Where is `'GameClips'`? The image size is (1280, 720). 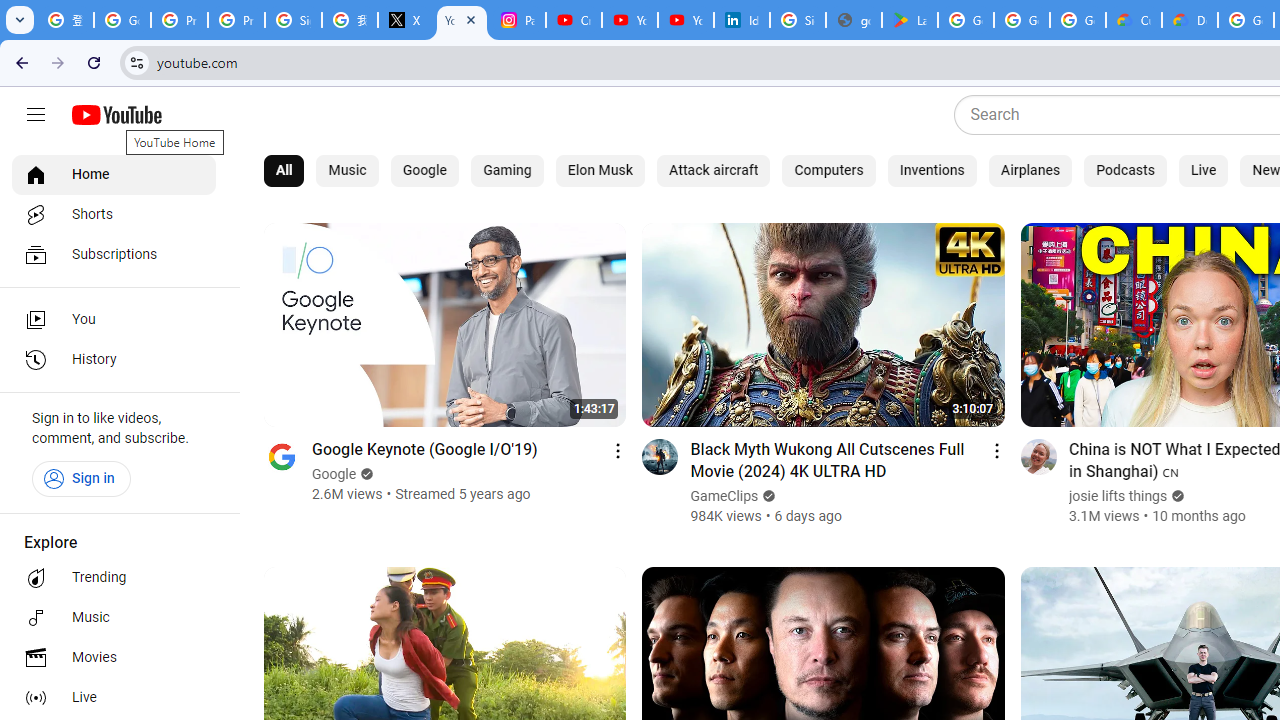
'GameClips' is located at coordinates (724, 495).